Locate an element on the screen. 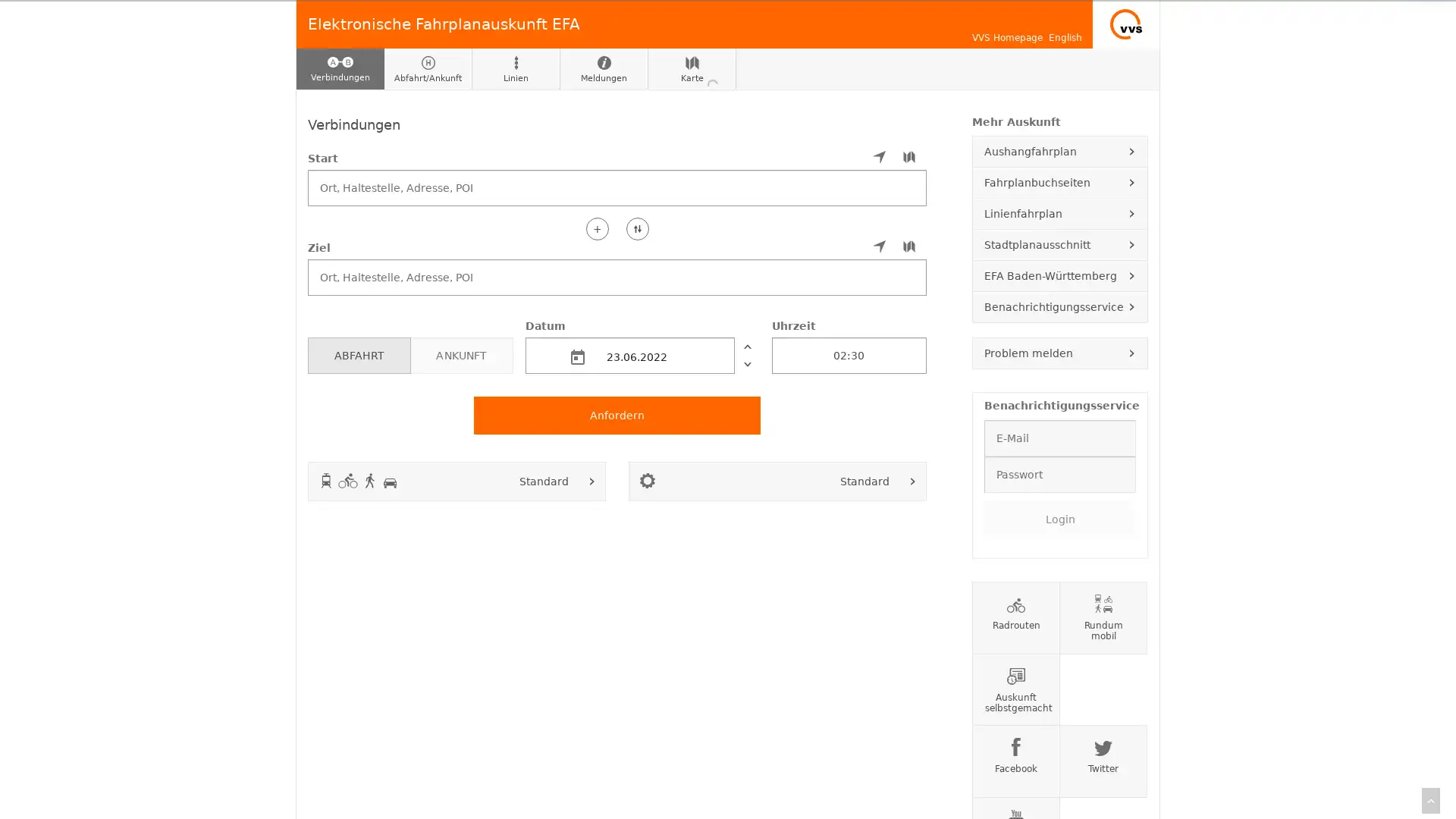 The width and height of the screenshot is (1456, 819). ANKUNFT is located at coordinates (460, 354).